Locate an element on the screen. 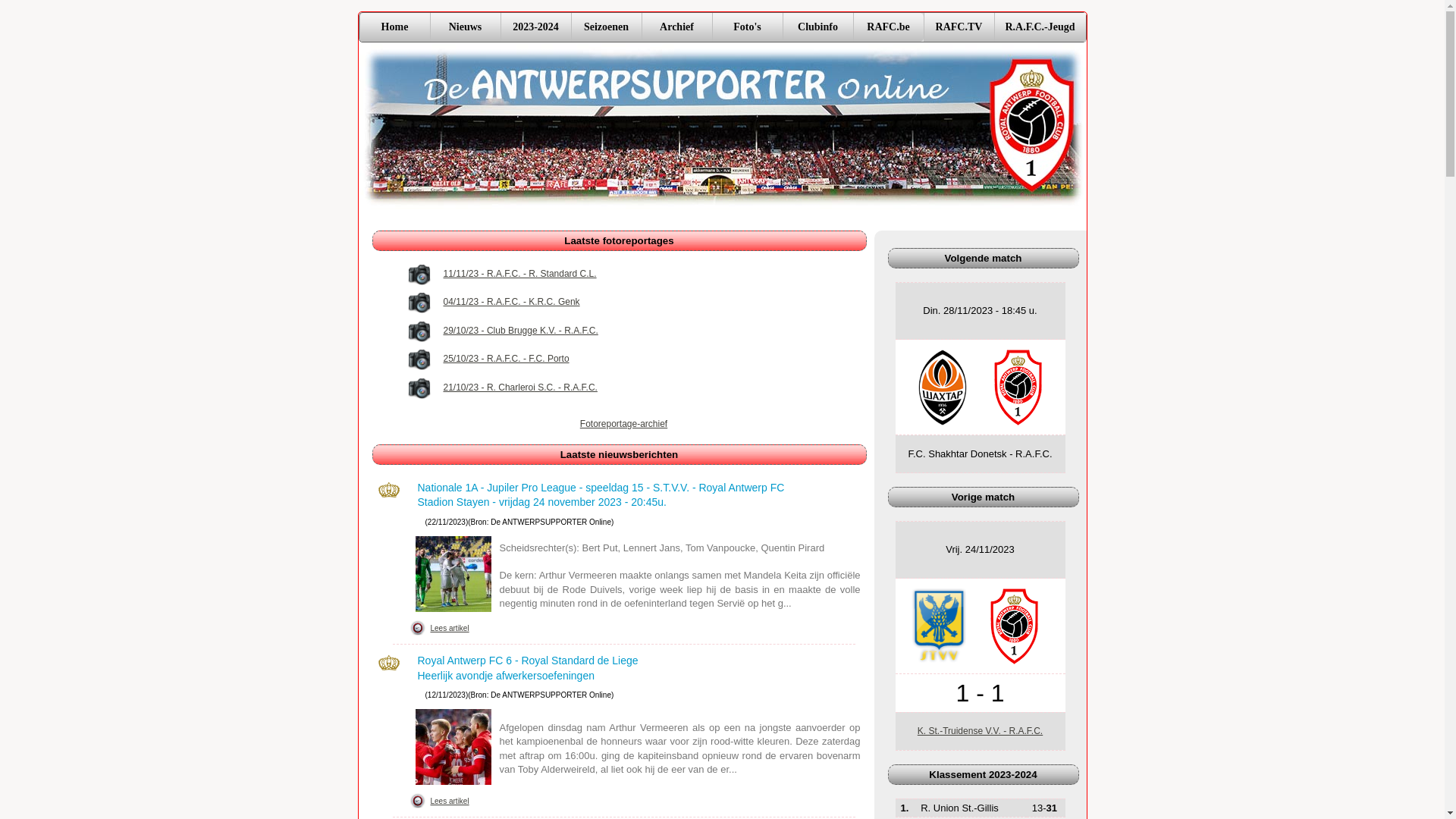  '29/10/23 - Club Brugge K.V. - R.A.F.C.' is located at coordinates (520, 330).